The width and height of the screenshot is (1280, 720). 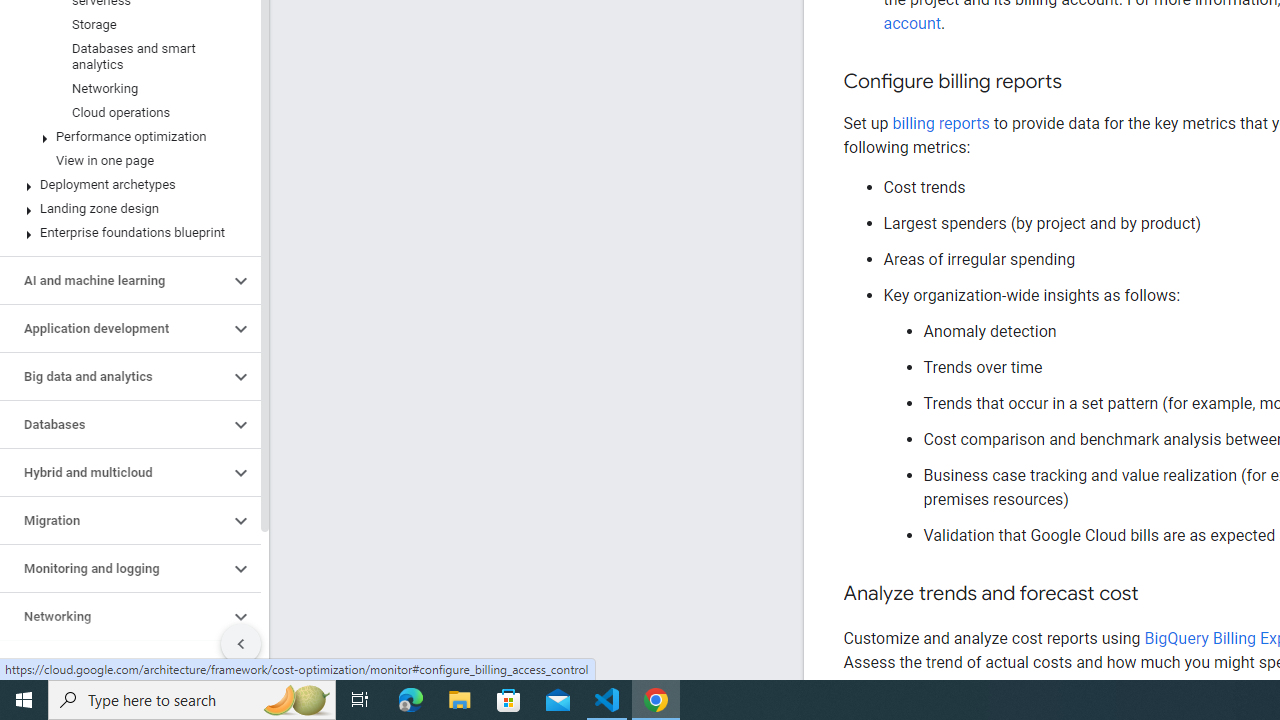 I want to click on 'Hide side navigation', so click(x=240, y=644).